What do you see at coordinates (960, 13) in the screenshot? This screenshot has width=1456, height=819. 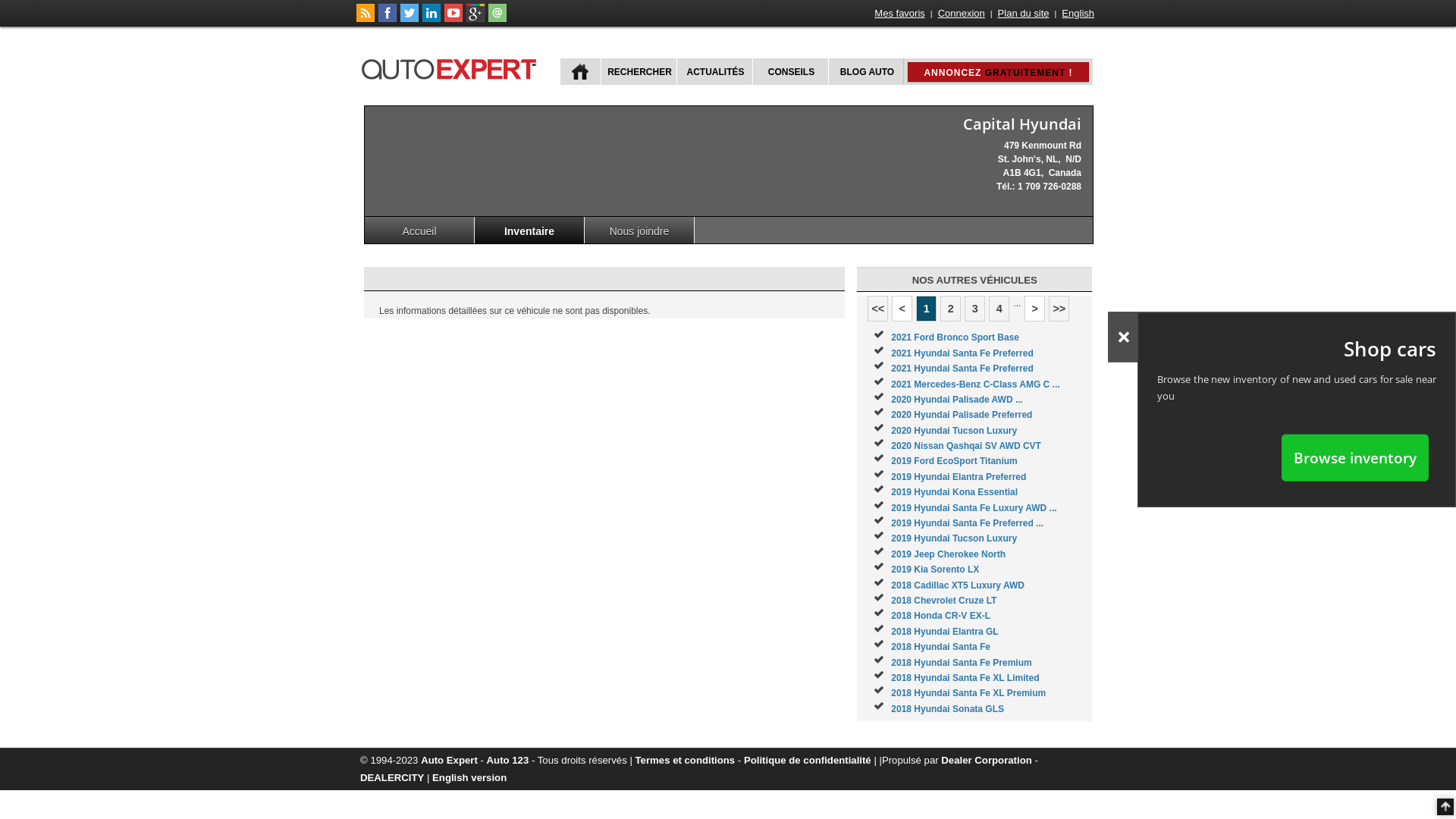 I see `'Connexion'` at bounding box center [960, 13].